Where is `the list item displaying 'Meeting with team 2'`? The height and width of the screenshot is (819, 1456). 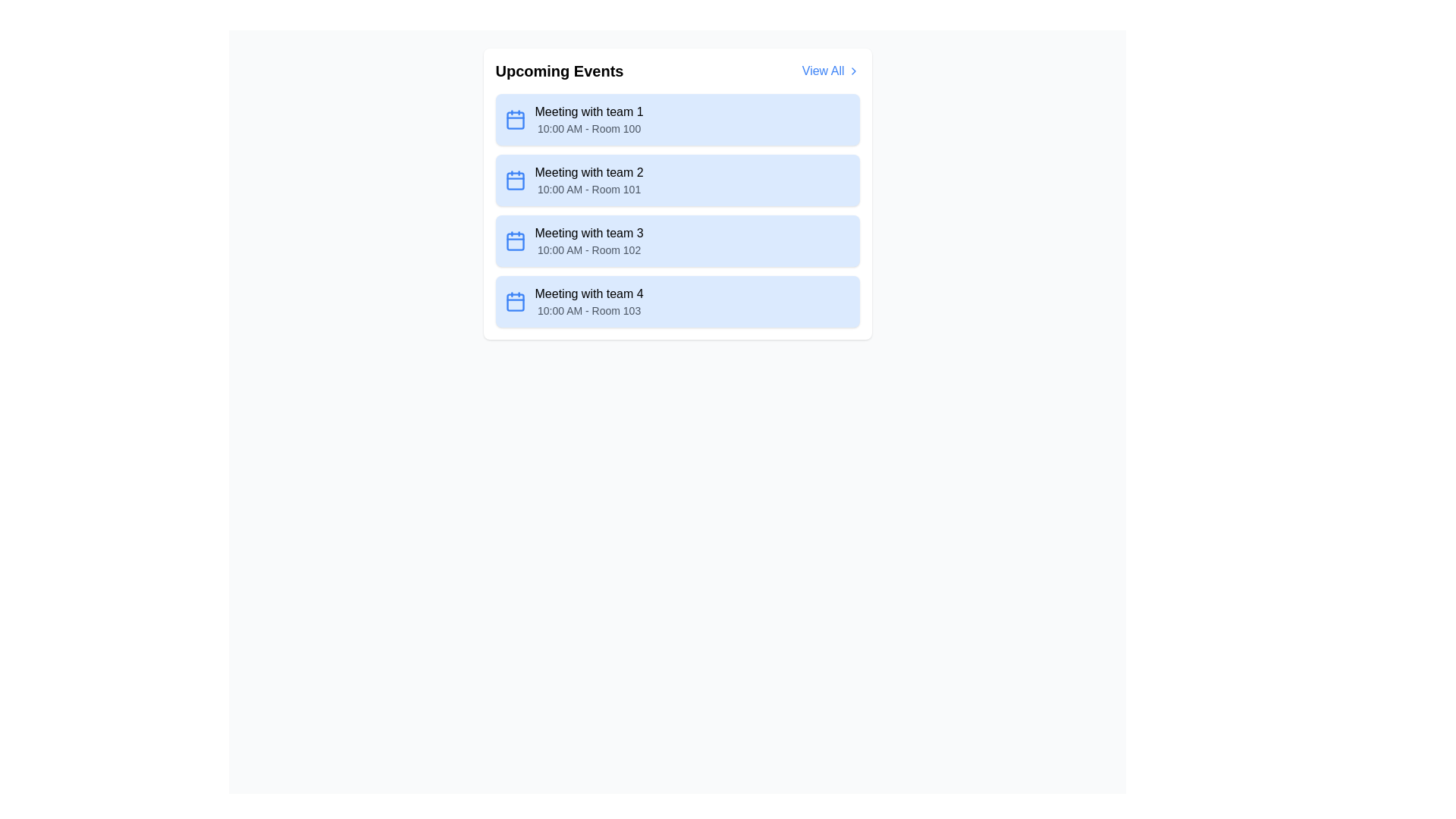 the list item displaying 'Meeting with team 2' is located at coordinates (676, 193).